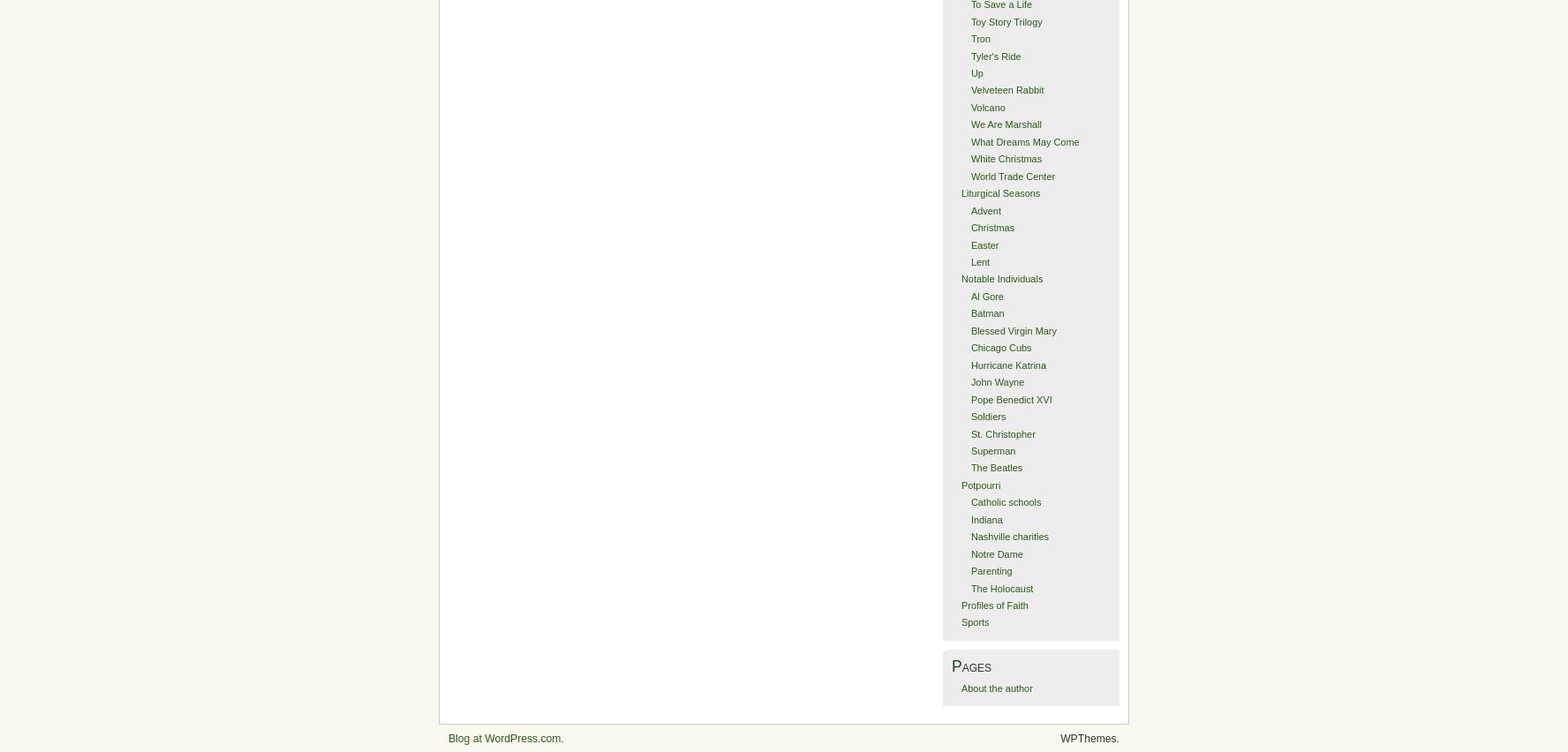 This screenshot has height=752, width=1568. I want to click on 'Christmas', so click(992, 227).